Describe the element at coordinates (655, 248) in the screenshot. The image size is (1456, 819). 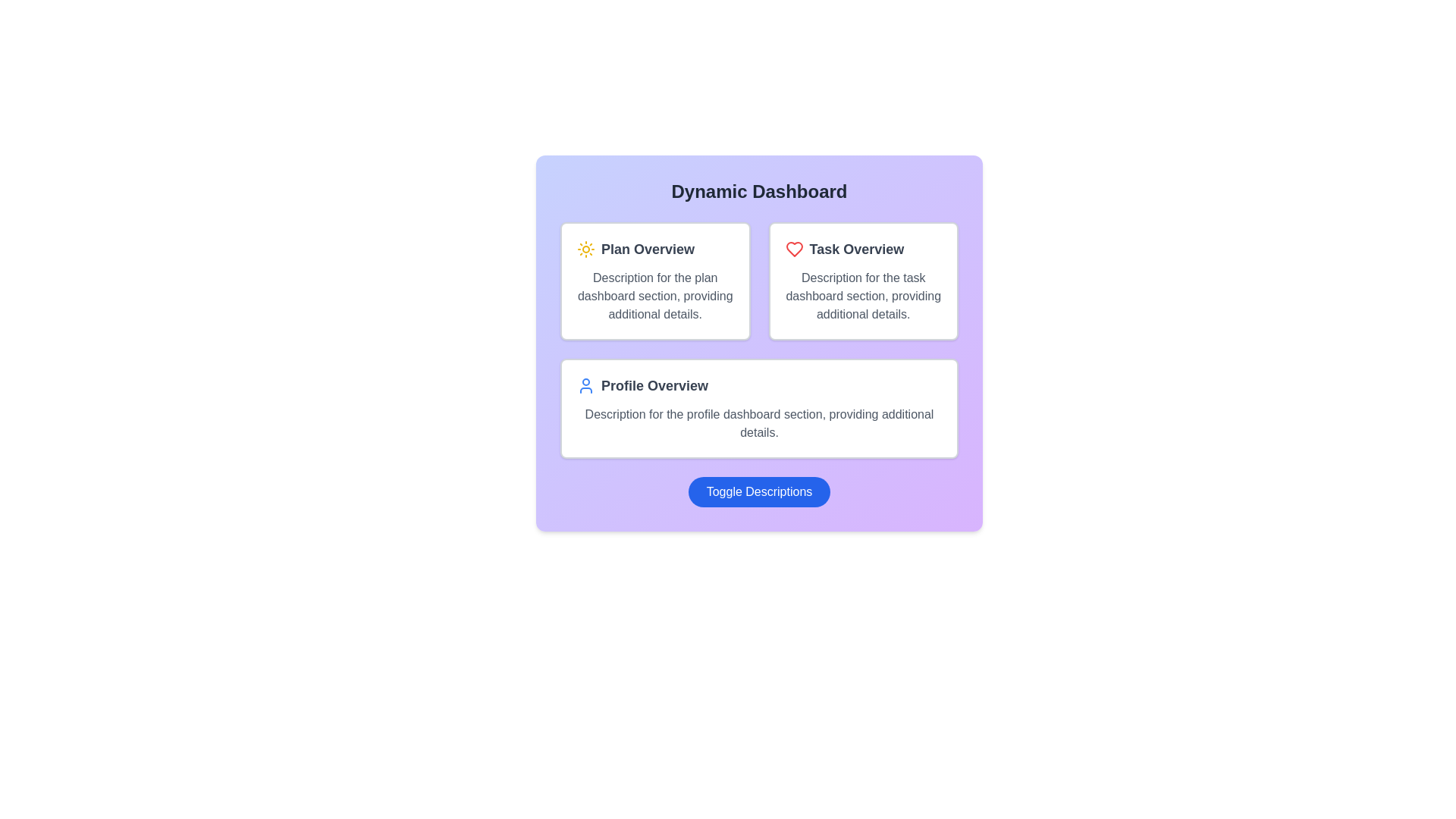
I see `the 'Plan Overview' header element located in the upper-left quadrant of the white rectangular card, which serves as a title for the associated card providing an overview of a plan` at that location.